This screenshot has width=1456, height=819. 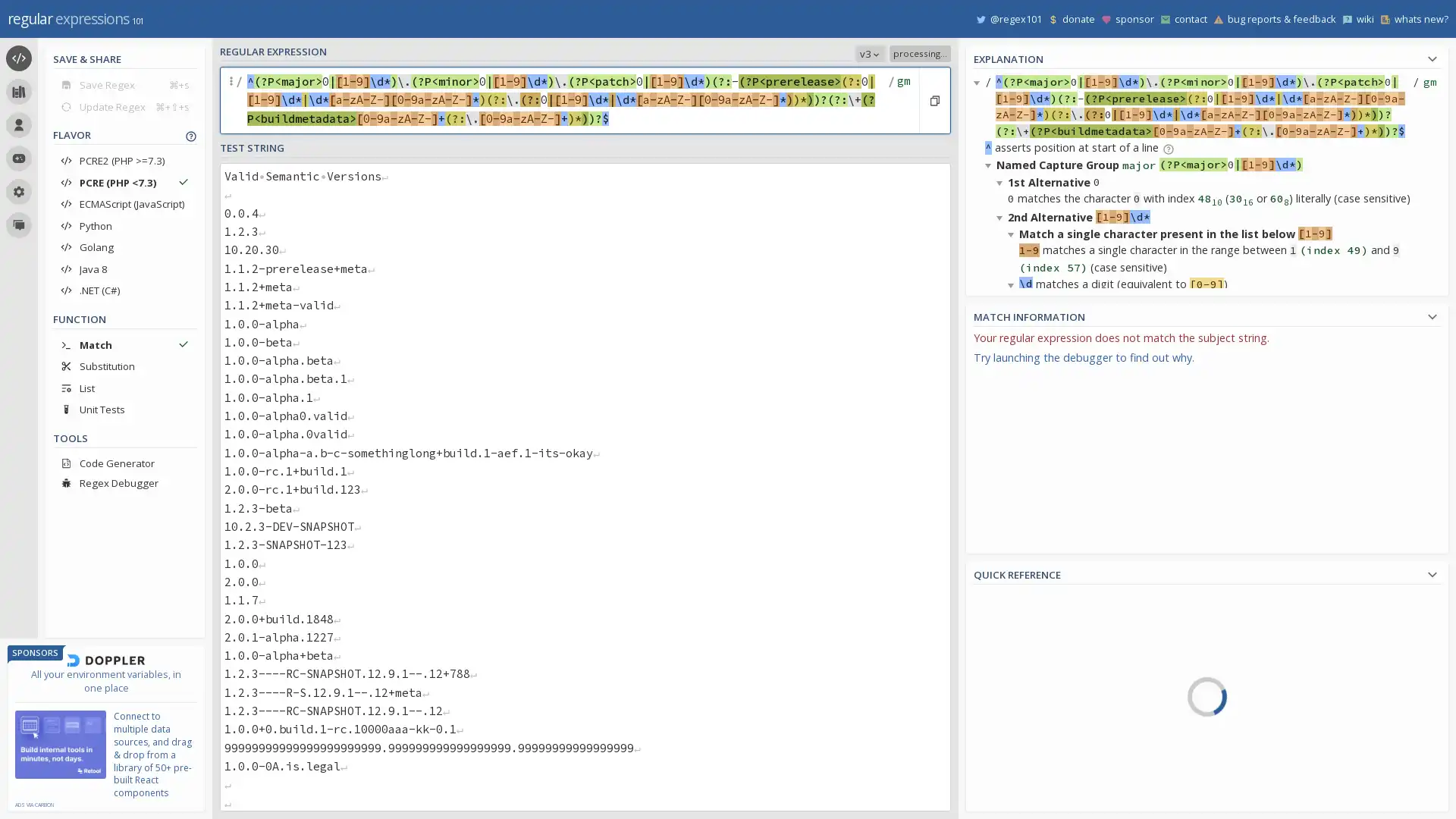 What do you see at coordinates (124, 161) in the screenshot?
I see `PCRE2 (PHP >=7.3)` at bounding box center [124, 161].